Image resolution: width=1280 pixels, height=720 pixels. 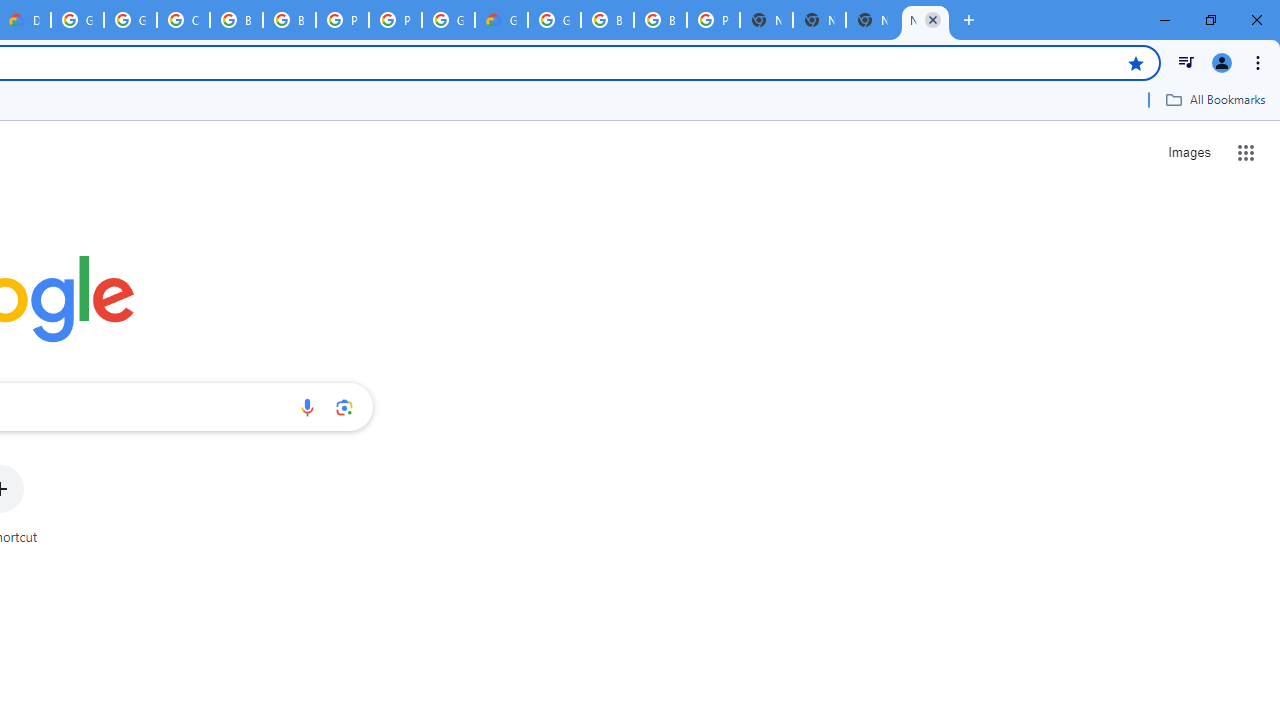 I want to click on 'Browse Chrome as a guest - Computer - Google Chrome Help', so click(x=236, y=20).